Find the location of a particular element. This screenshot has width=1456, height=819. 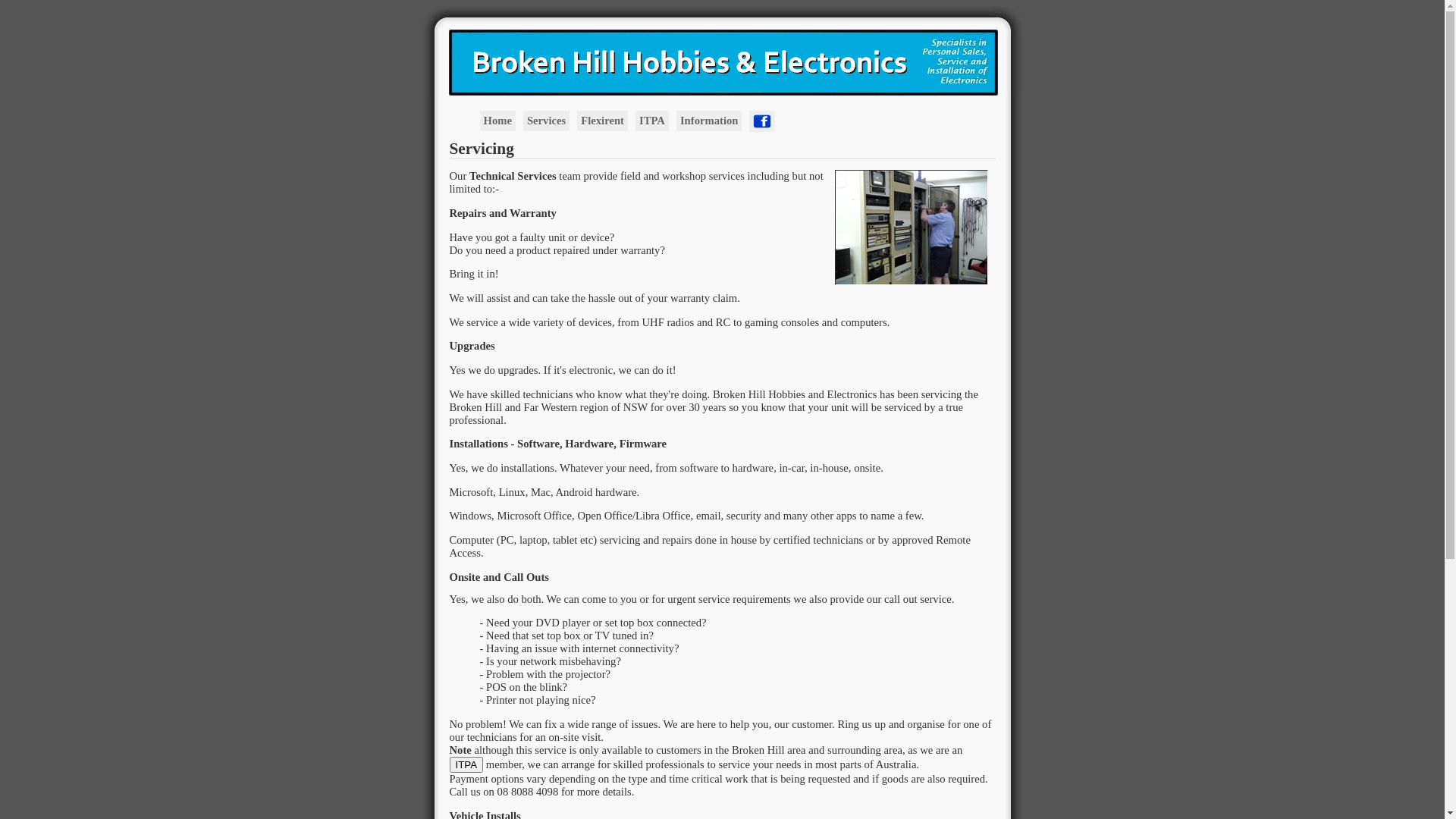

'ITPA' is located at coordinates (447, 764).